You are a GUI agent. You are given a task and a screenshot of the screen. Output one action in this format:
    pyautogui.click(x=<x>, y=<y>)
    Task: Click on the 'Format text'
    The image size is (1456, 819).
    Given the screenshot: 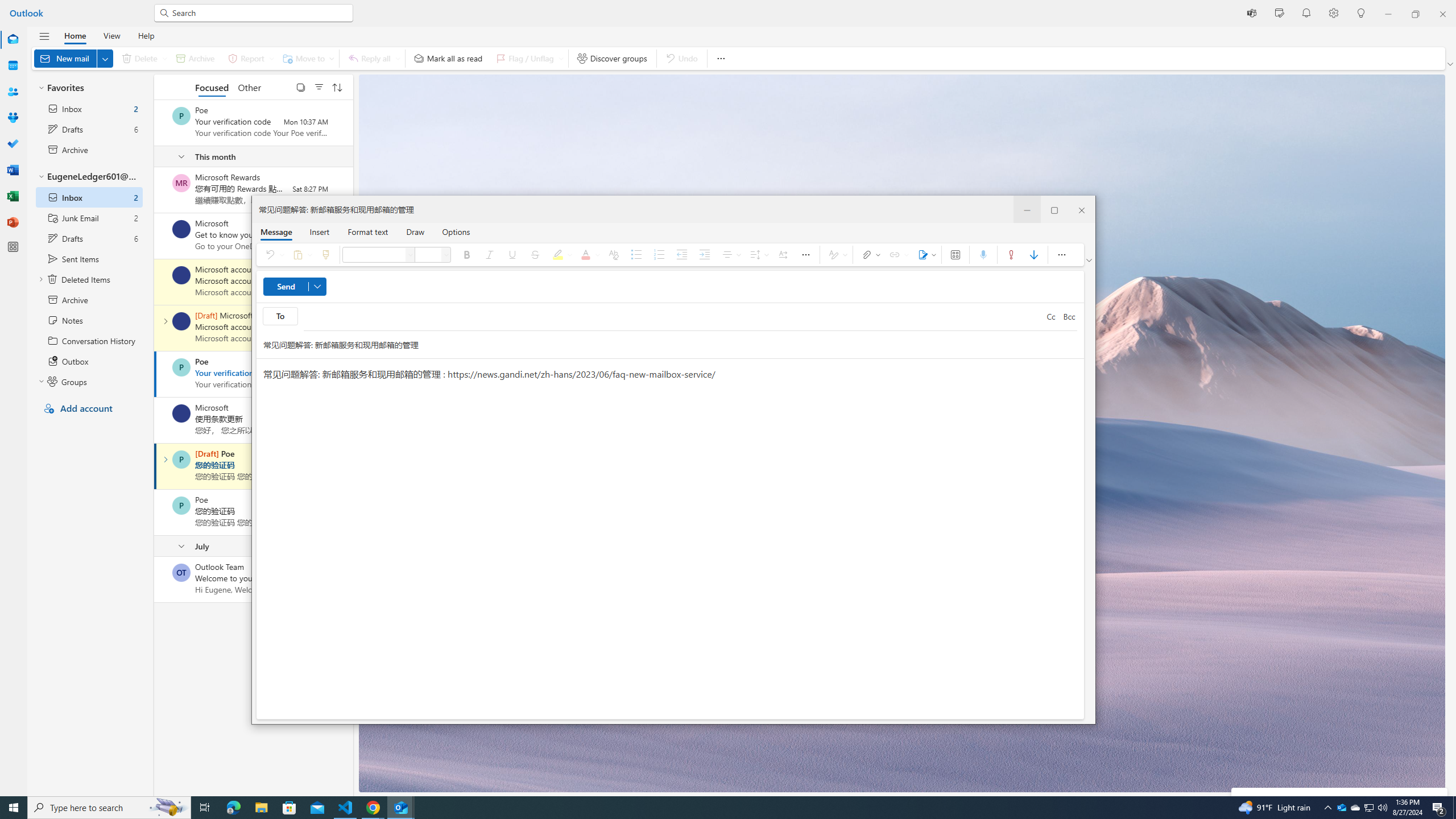 What is the action you would take?
    pyautogui.click(x=368, y=231)
    